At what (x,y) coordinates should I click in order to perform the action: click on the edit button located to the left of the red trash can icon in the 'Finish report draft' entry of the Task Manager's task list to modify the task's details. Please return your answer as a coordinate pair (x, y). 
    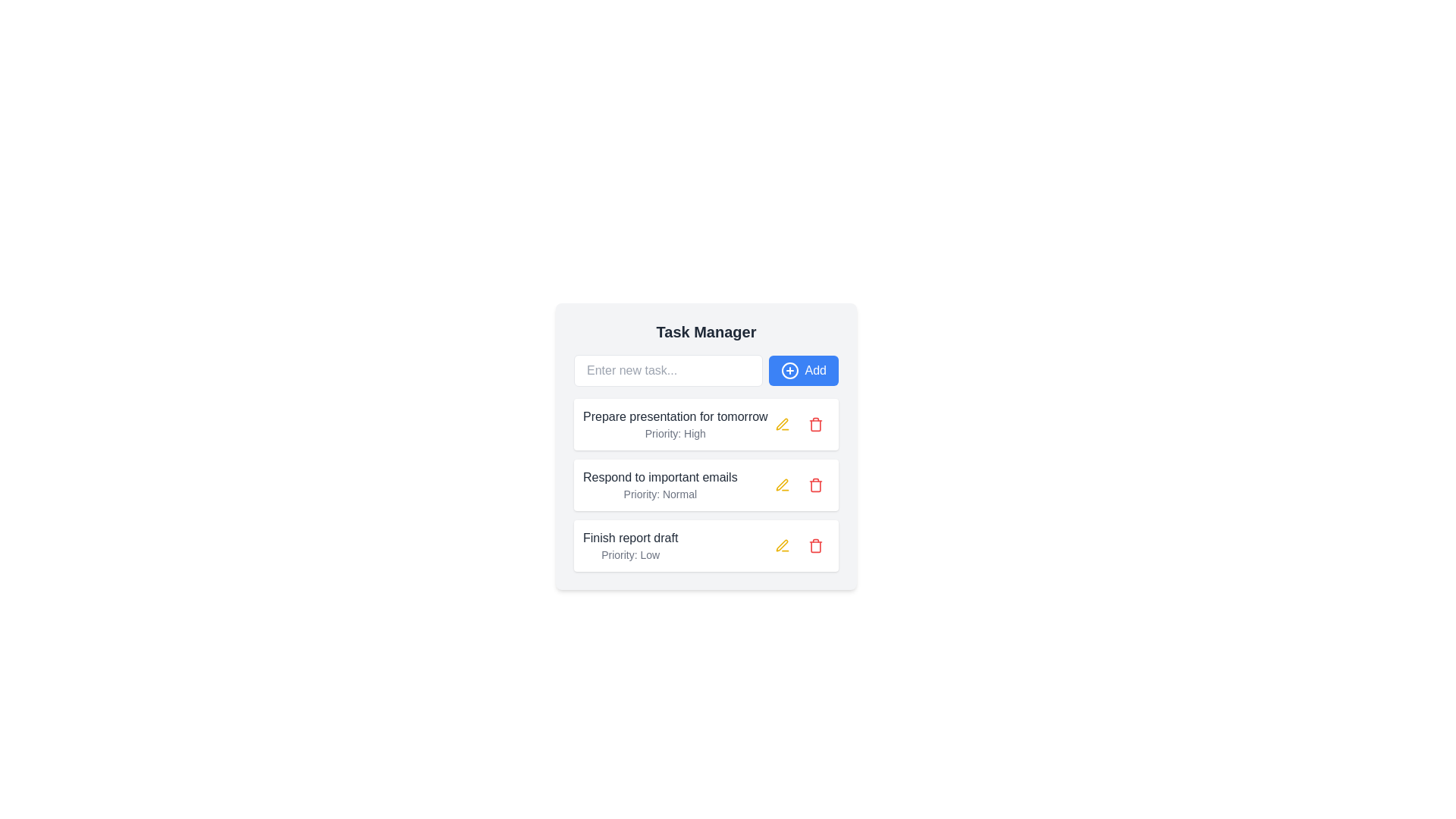
    Looking at the image, I should click on (782, 544).